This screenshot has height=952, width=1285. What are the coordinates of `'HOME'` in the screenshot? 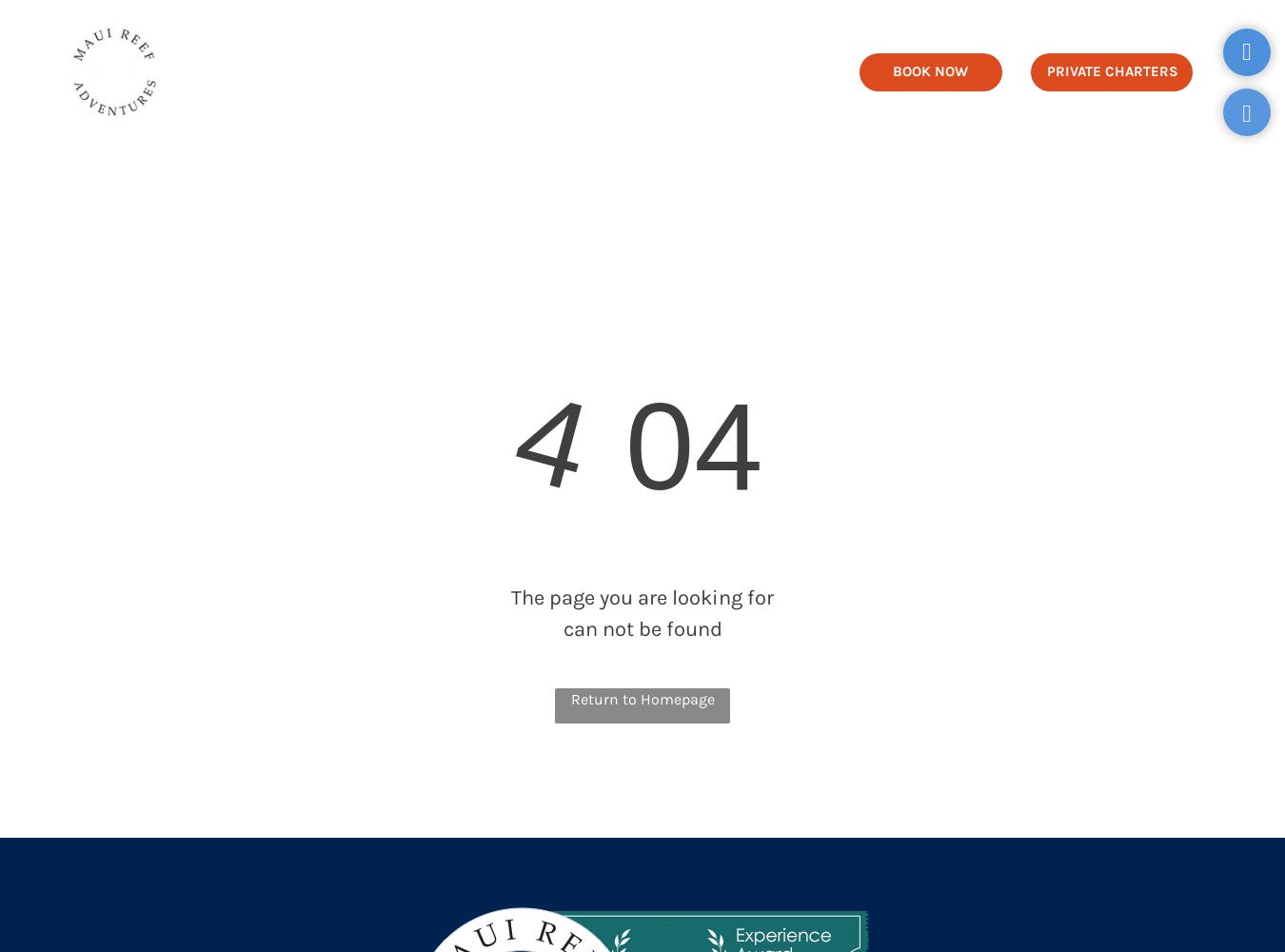 It's located at (298, 68).